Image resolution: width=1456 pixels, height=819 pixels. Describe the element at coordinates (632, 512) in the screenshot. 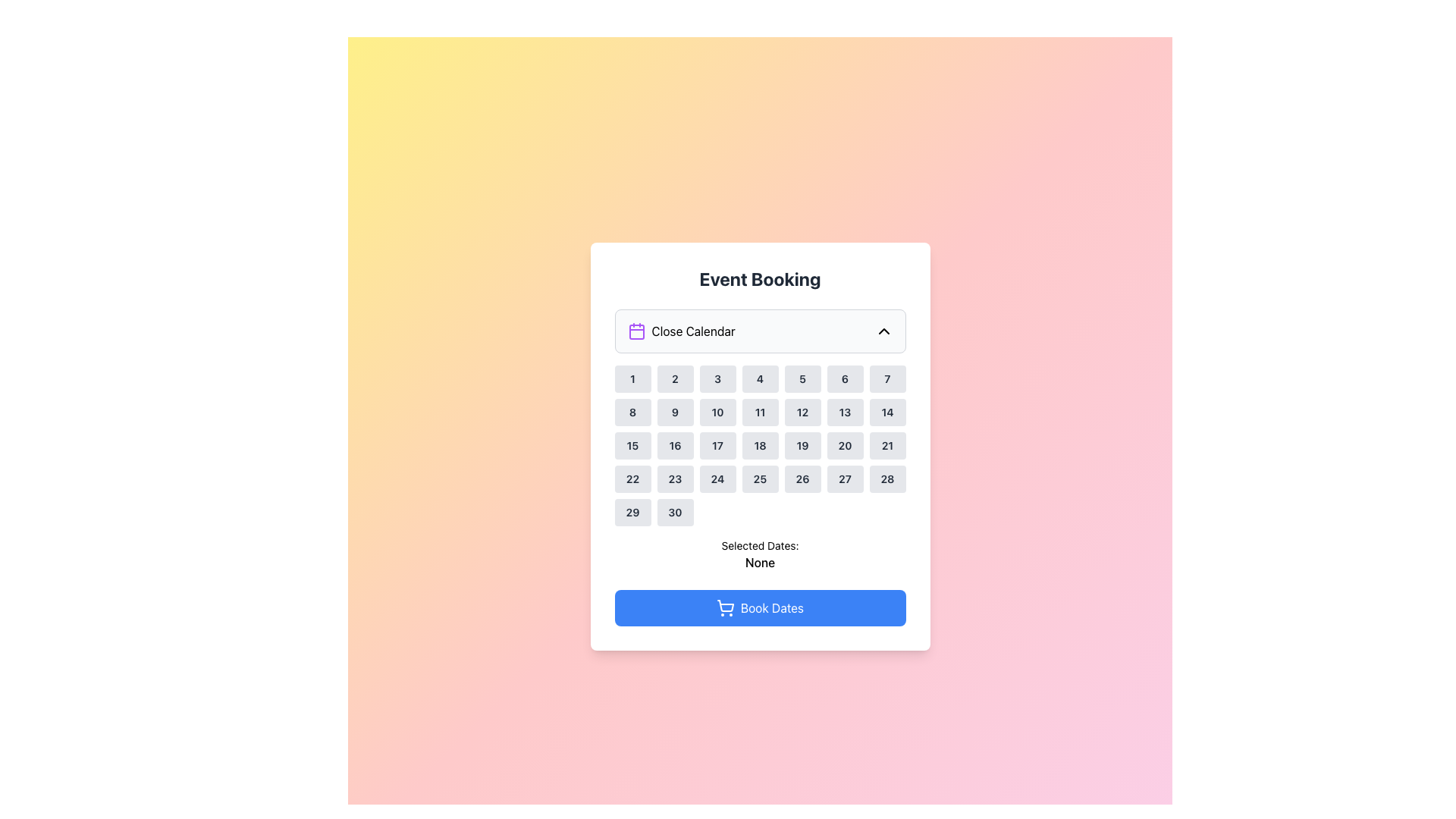

I see `the calendar date button representing the 29th` at that location.